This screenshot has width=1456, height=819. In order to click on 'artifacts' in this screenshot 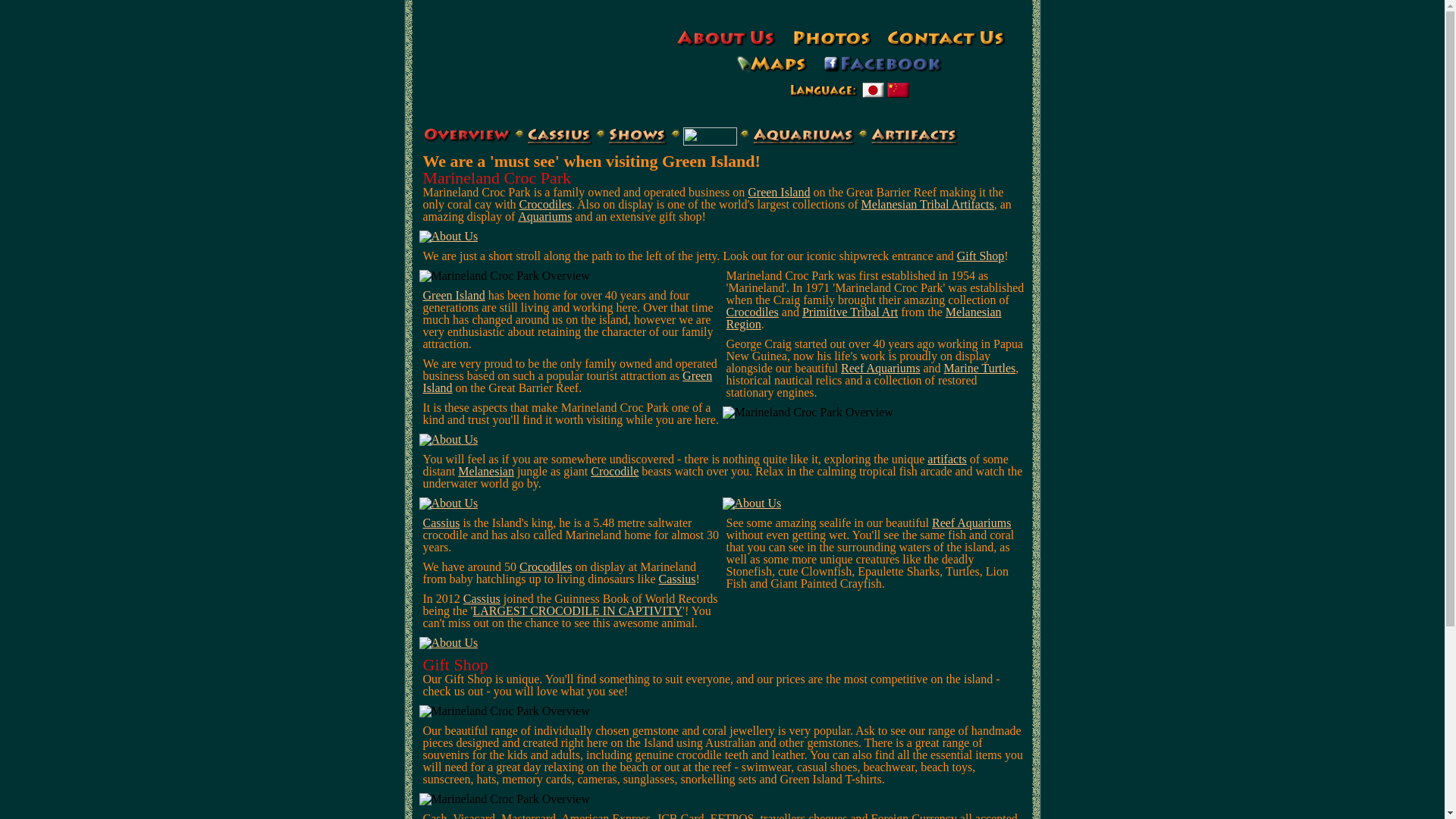, I will do `click(946, 458)`.